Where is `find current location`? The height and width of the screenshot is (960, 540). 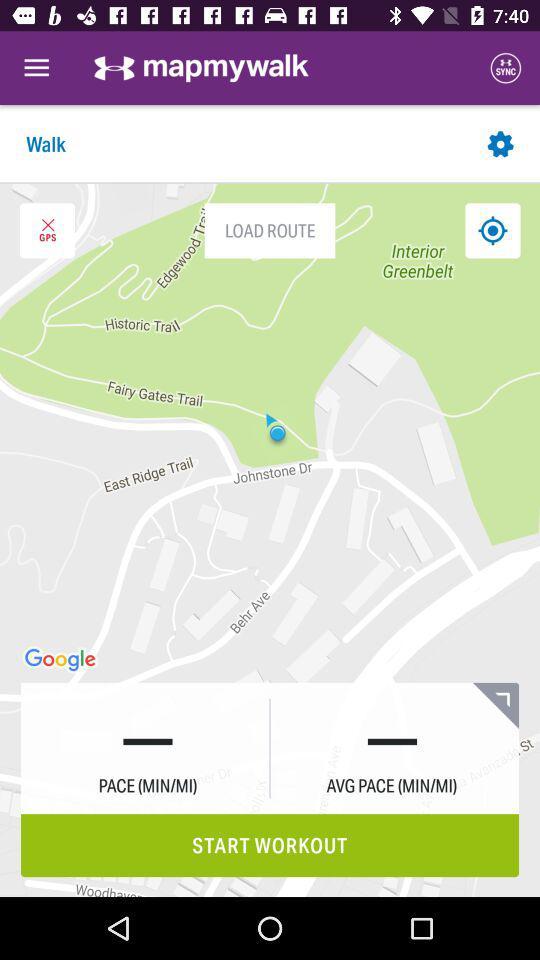
find current location is located at coordinates (491, 230).